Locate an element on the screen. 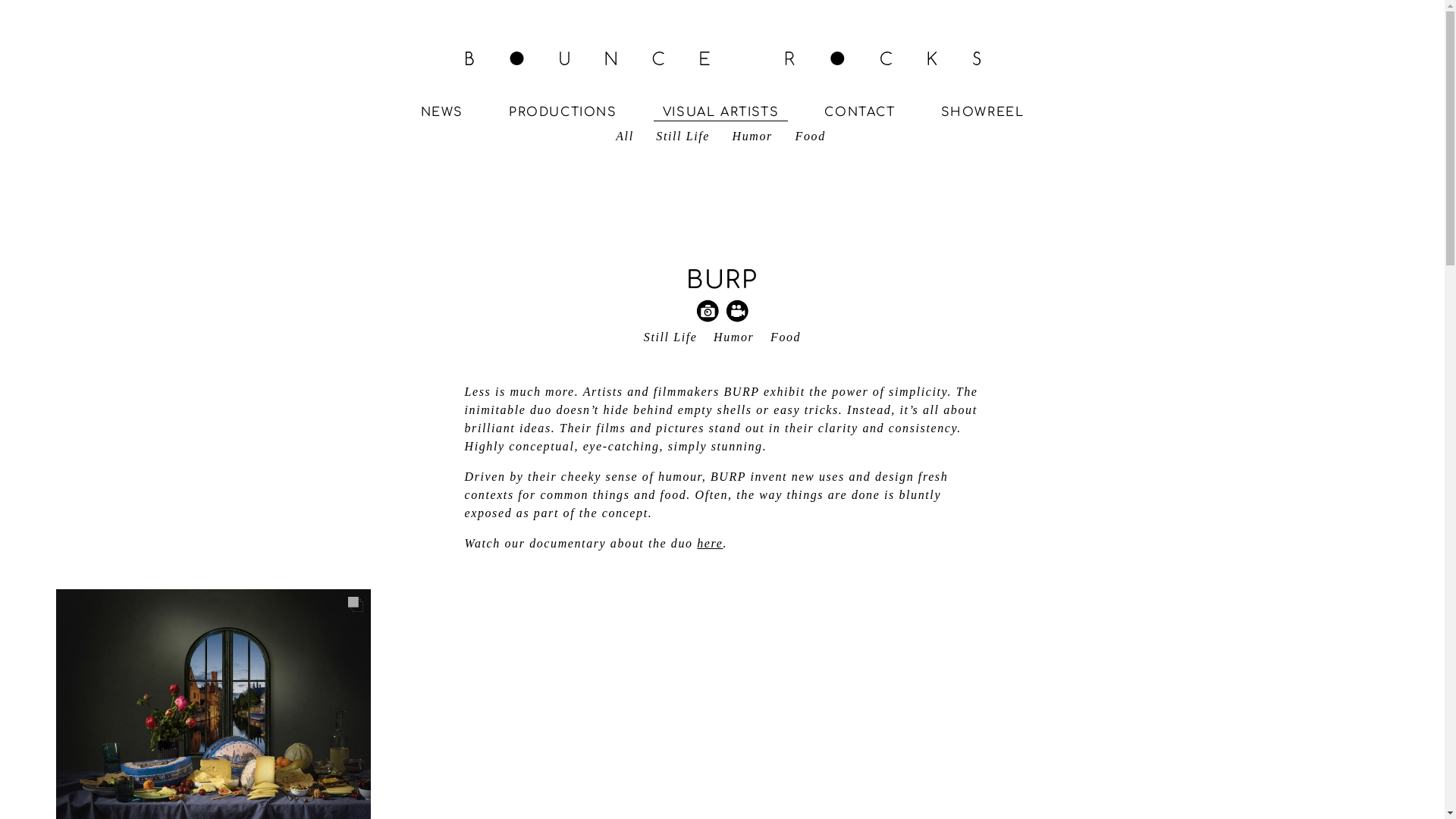  'PRODUCTIONS' is located at coordinates (562, 111).